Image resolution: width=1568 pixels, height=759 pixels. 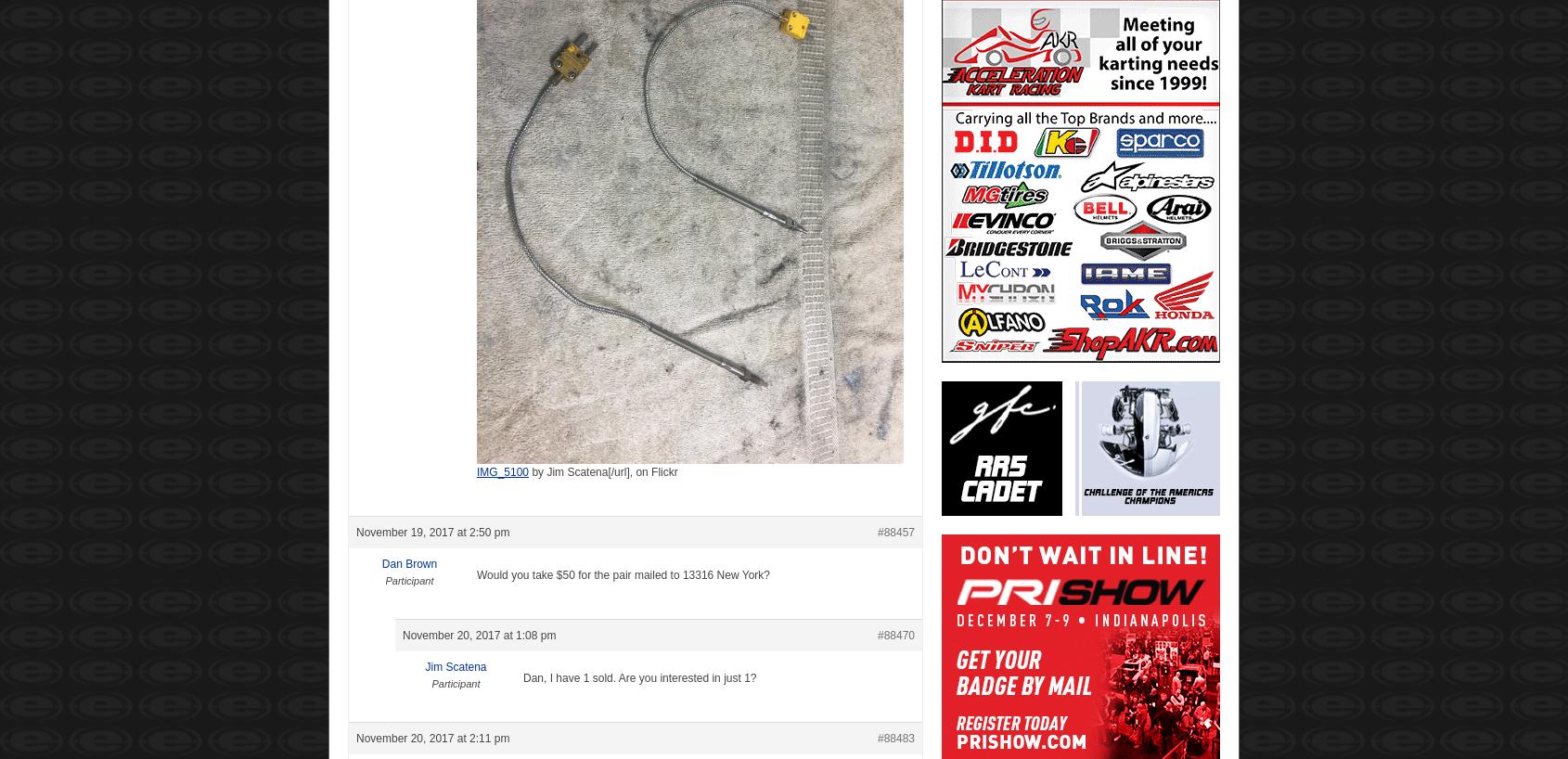 I want to click on 'Dan, I have 1 sold. Are you interested in just 1?', so click(x=638, y=675).